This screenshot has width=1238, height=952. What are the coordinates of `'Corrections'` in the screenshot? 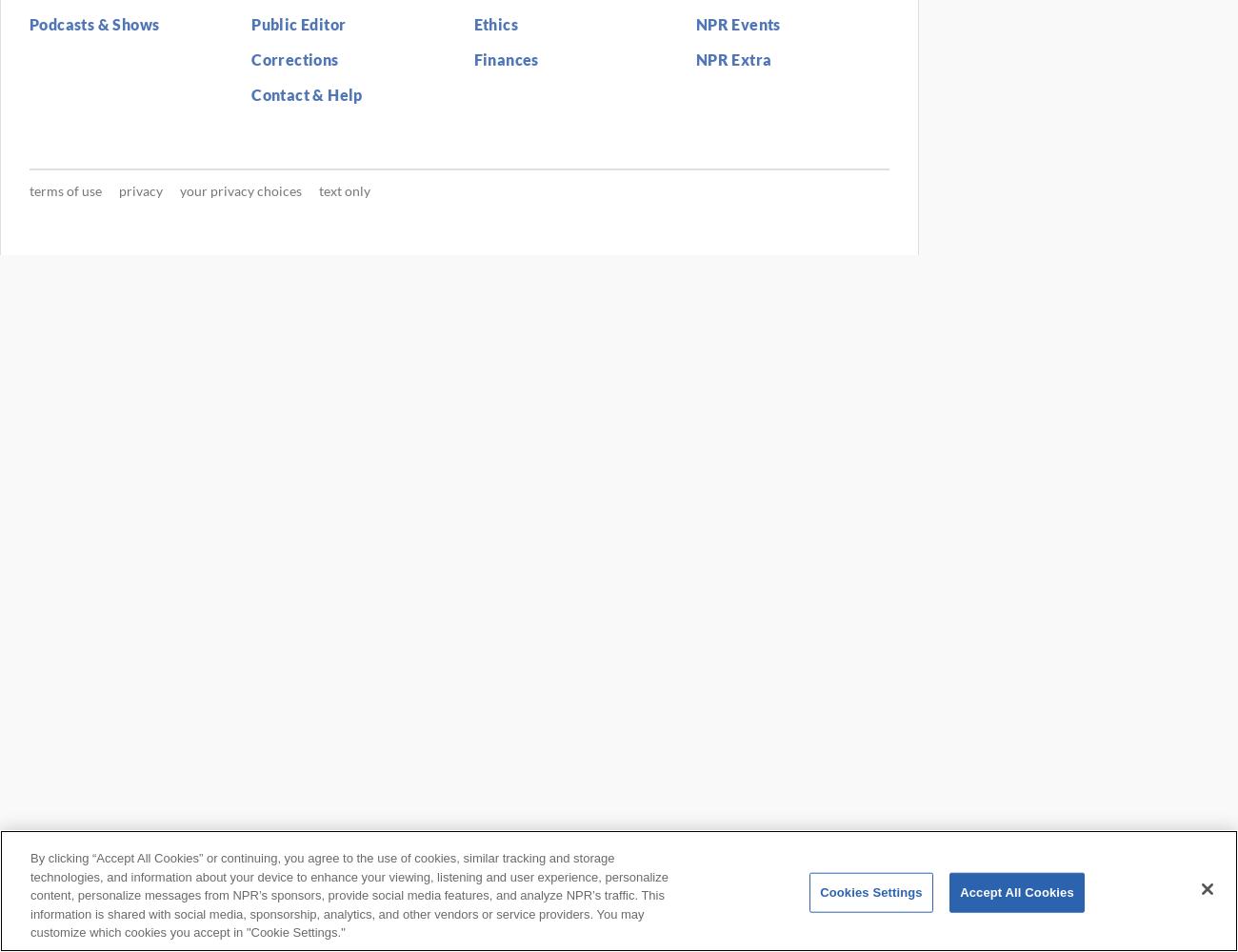 It's located at (250, 59).